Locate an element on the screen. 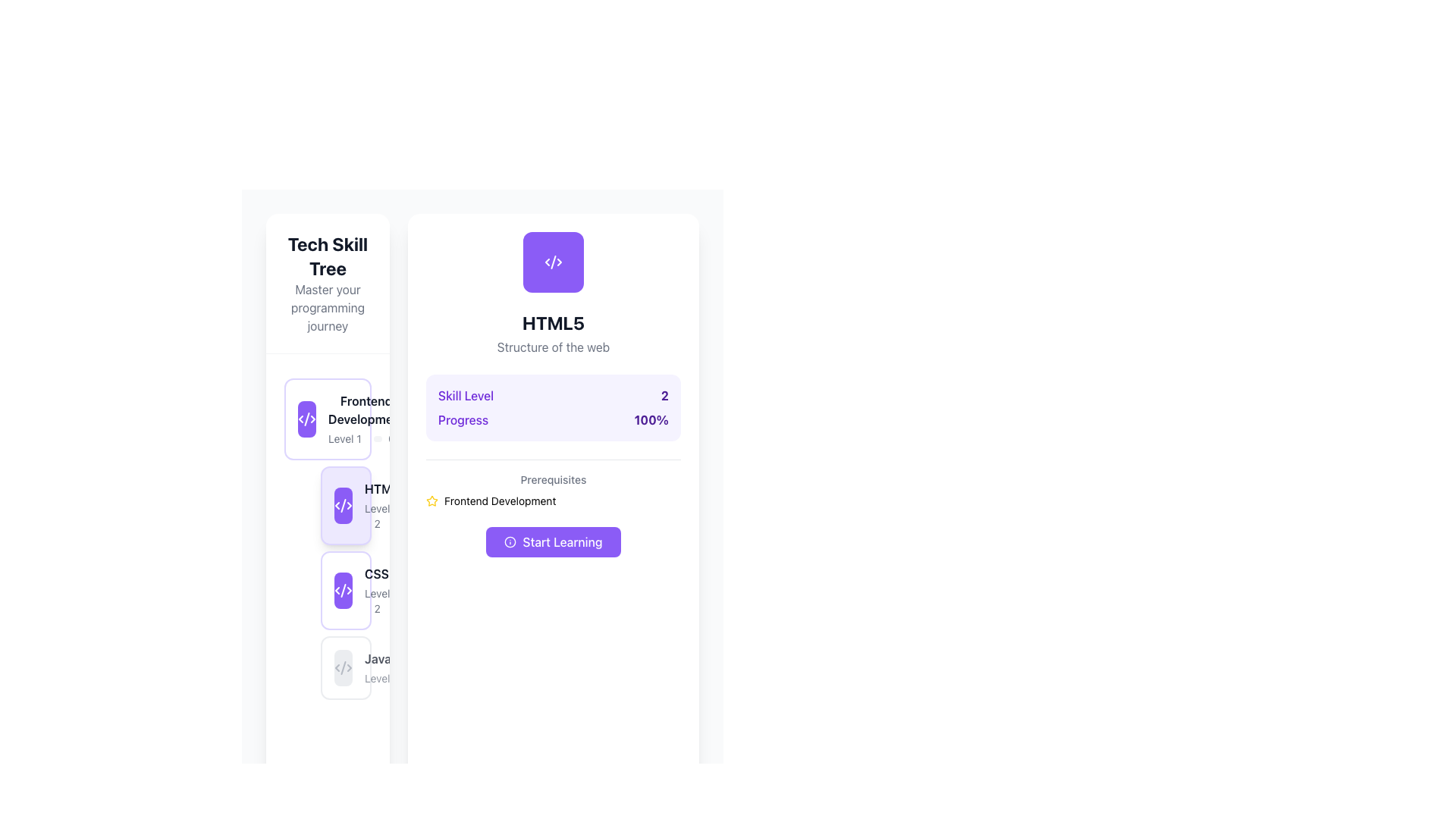  the thin, diagonal line icon, which is the central component of a triplet within a vertical list of icons representing different development levels is located at coordinates (342, 590).